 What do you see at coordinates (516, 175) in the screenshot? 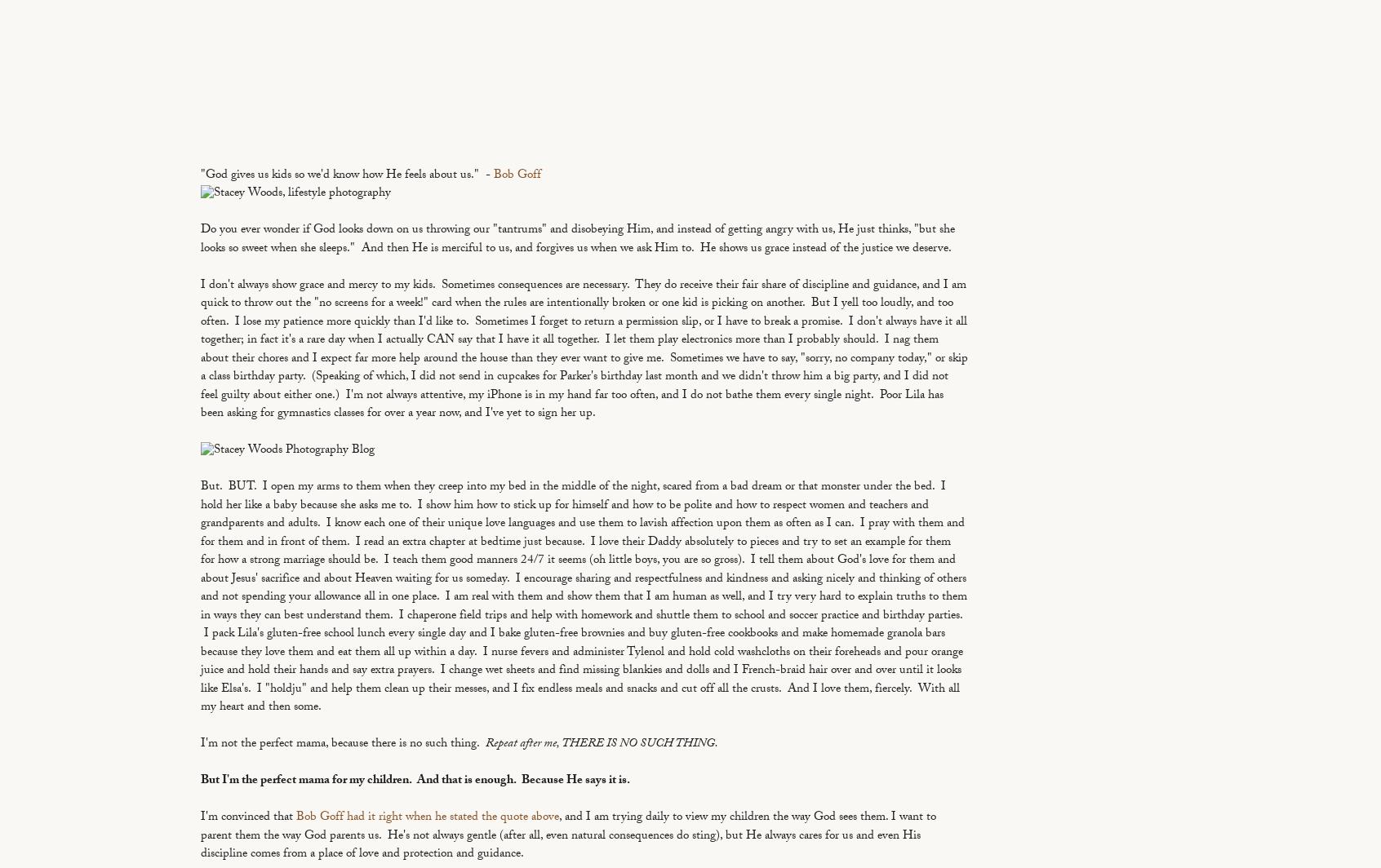
I see `'Bob Goff'` at bounding box center [516, 175].